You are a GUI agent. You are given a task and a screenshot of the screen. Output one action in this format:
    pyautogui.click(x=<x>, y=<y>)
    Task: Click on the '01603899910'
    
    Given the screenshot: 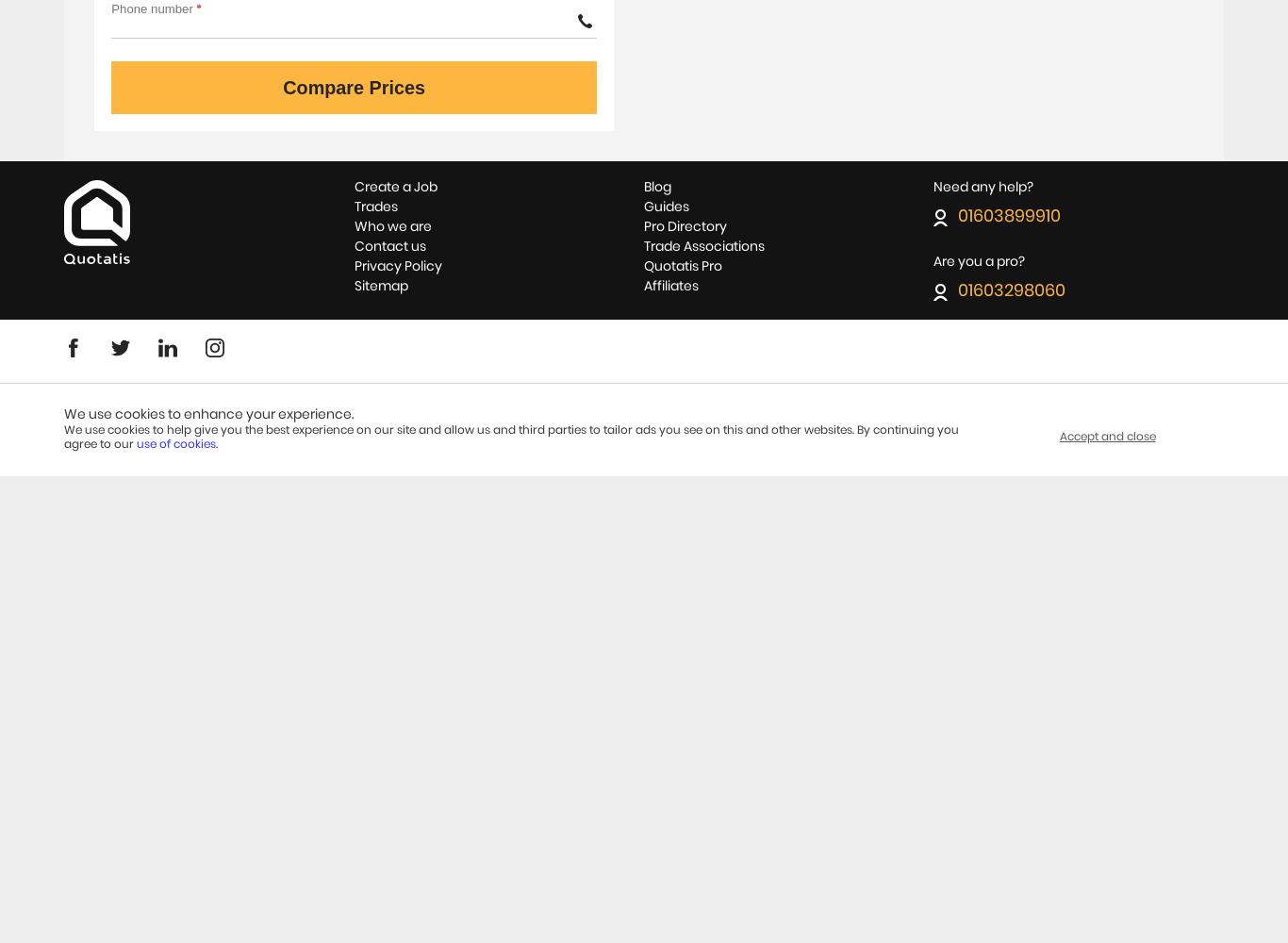 What is the action you would take?
    pyautogui.click(x=958, y=215)
    